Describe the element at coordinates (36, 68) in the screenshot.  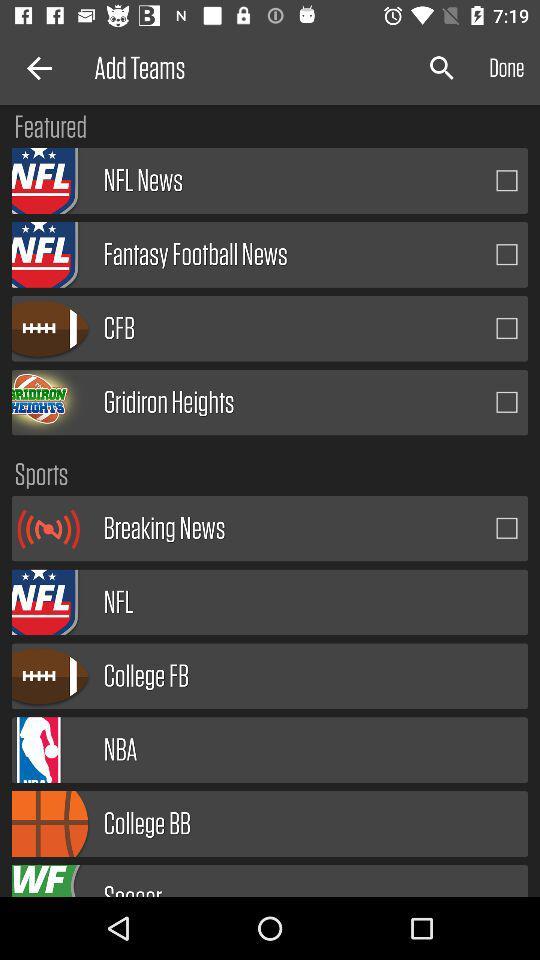
I see `icon next to the add teams item` at that location.